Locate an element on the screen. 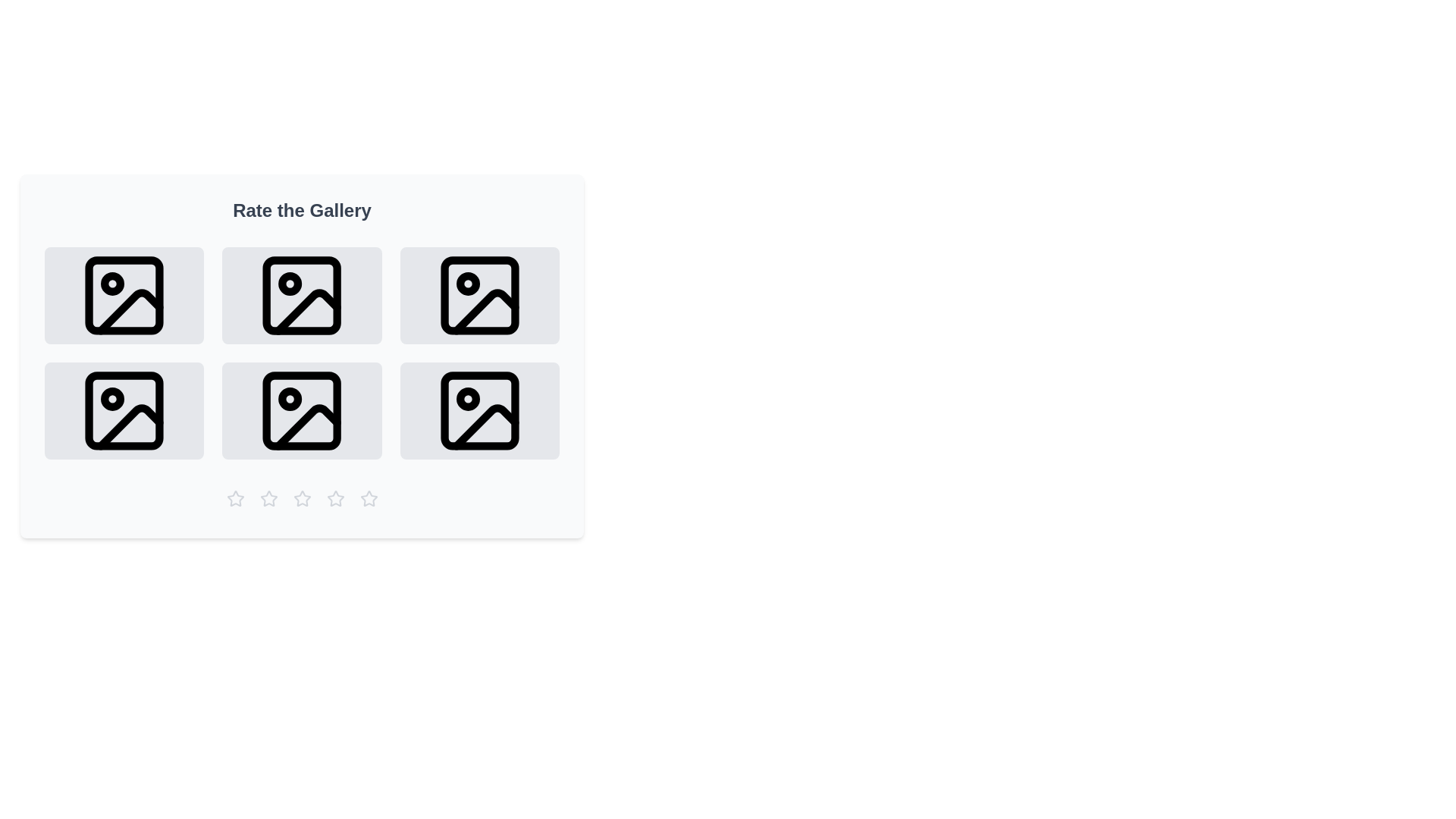  the gallery rating to 3 stars by clicking the corresponding star is located at coordinates (302, 499).